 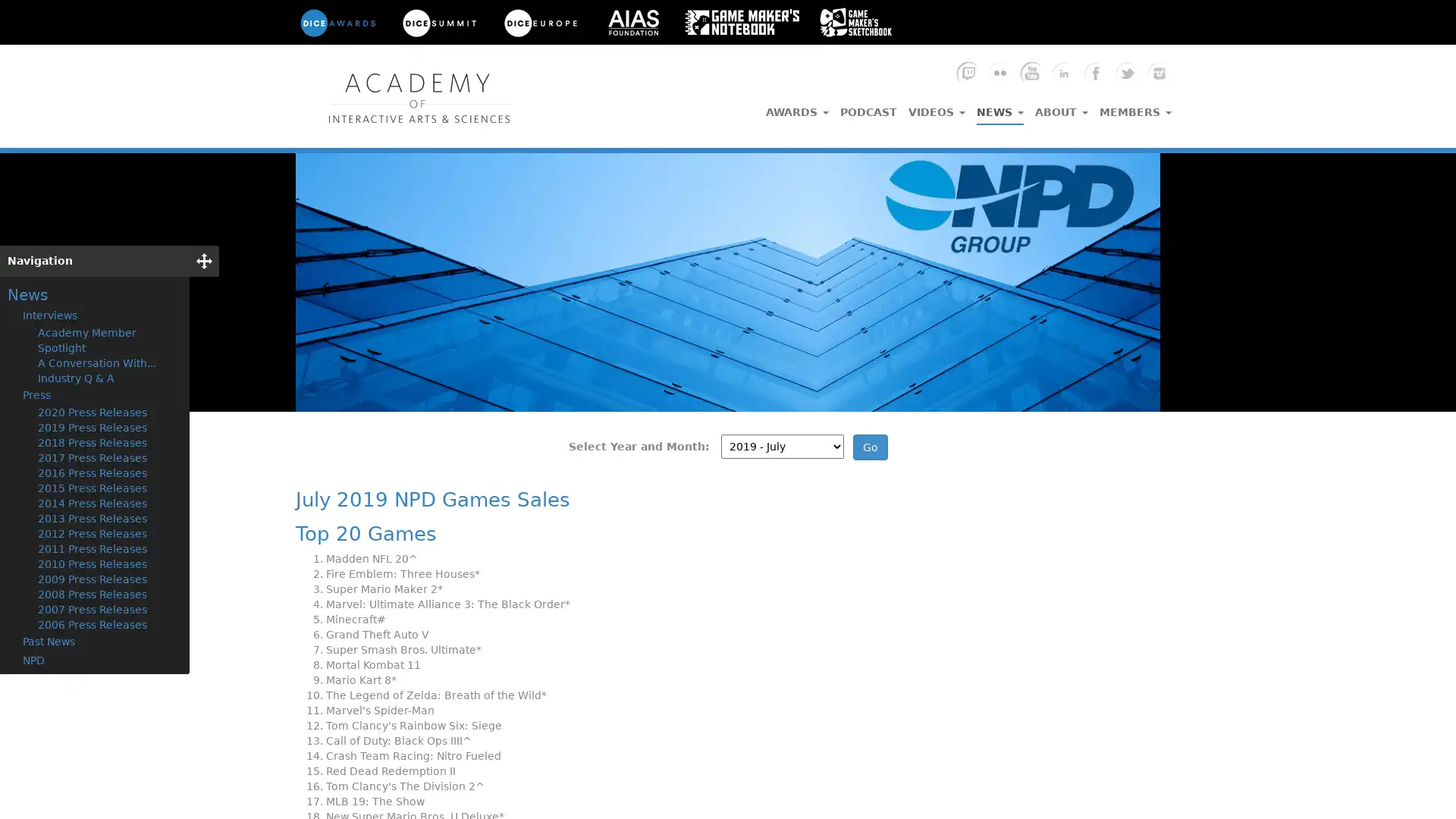 I want to click on ABOUT, so click(x=1061, y=107).